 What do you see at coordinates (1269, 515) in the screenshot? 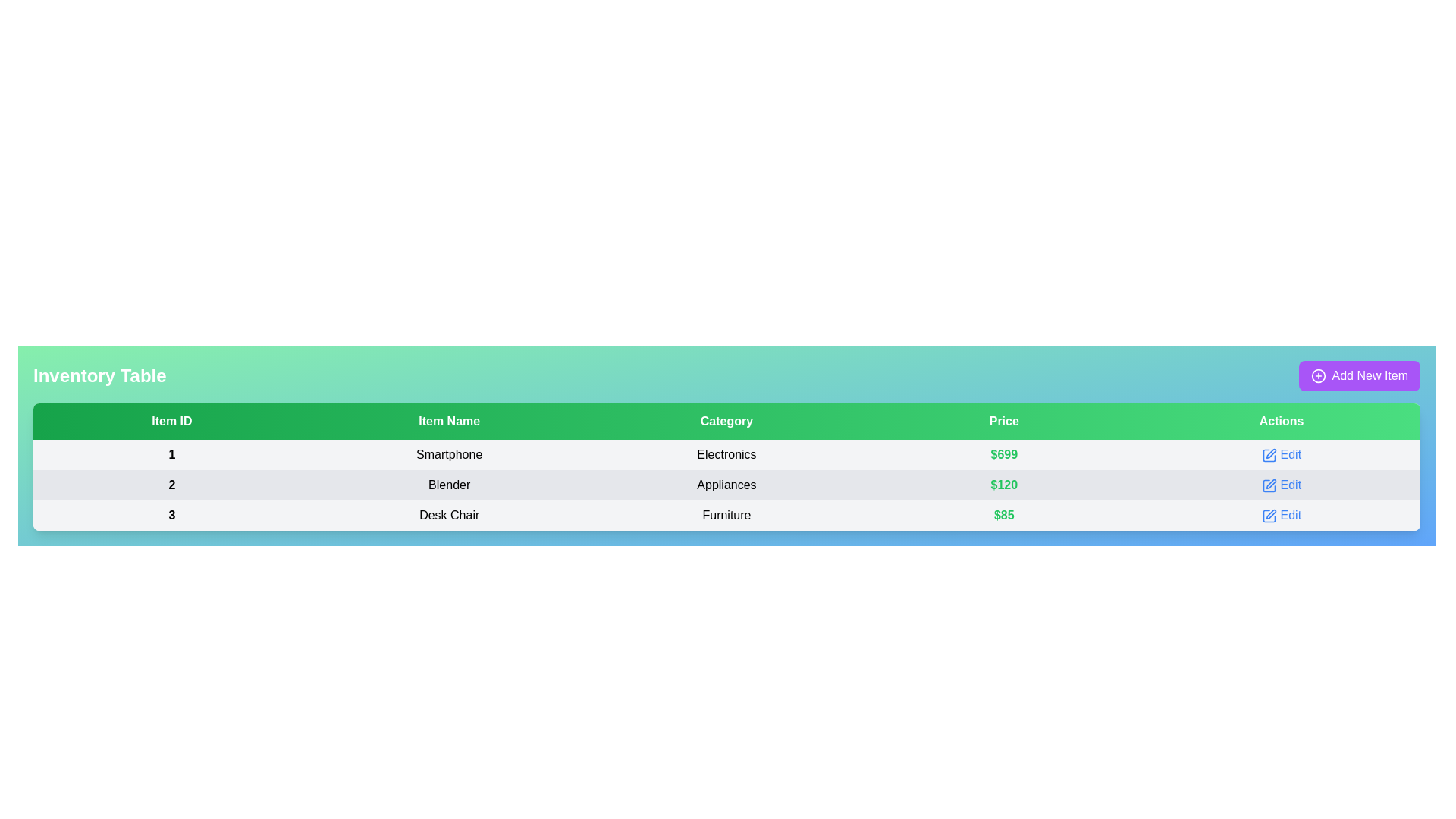
I see `the edit icon in the 'Actions' column of the third row in the table, which allows users to modify details when clicked` at bounding box center [1269, 515].